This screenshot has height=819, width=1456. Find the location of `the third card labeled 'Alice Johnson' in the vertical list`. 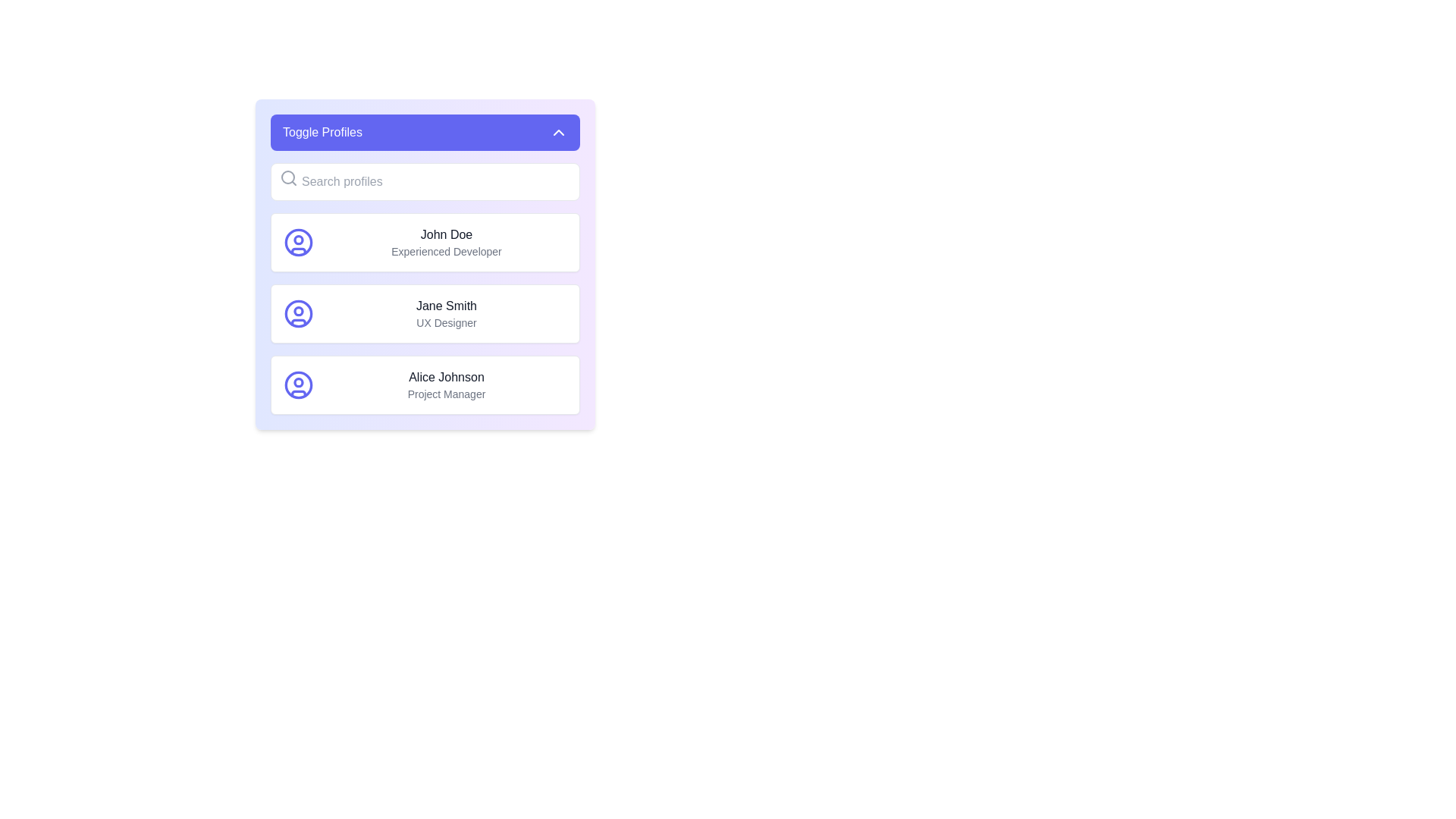

the third card labeled 'Alice Johnson' in the vertical list is located at coordinates (425, 384).